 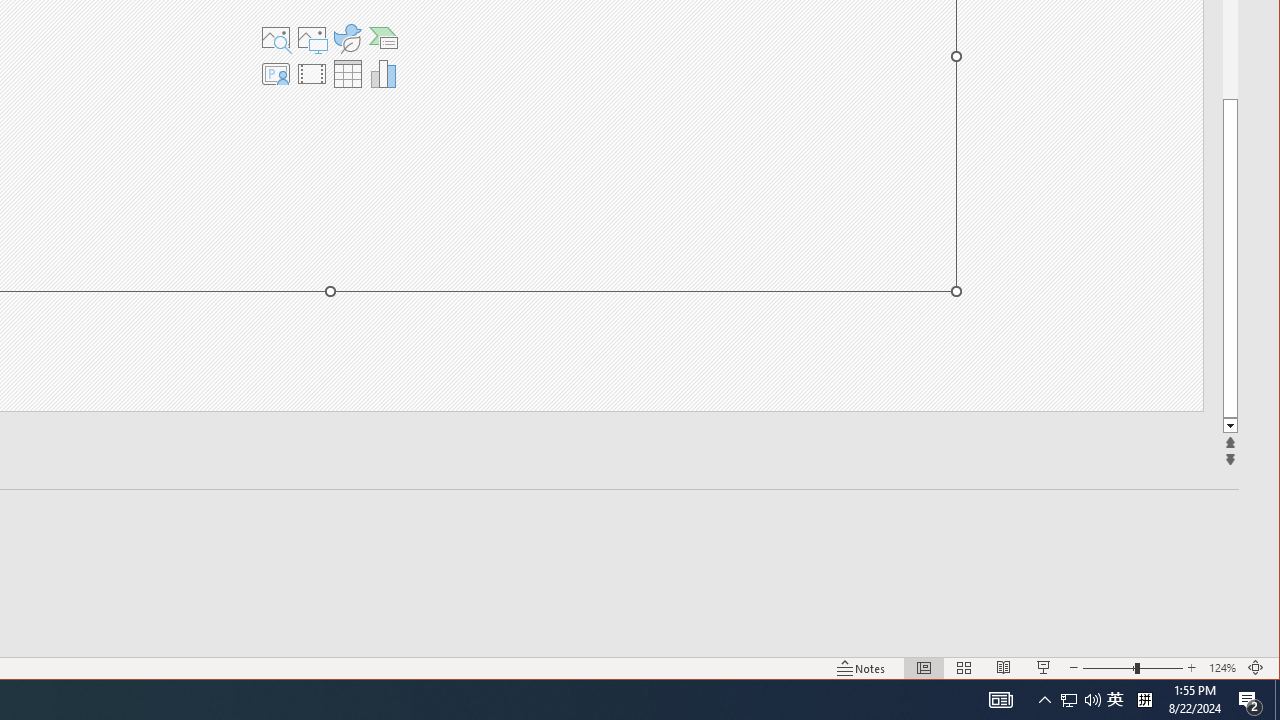 I want to click on 'Insert a SmartArt Graphic', so click(x=384, y=38).